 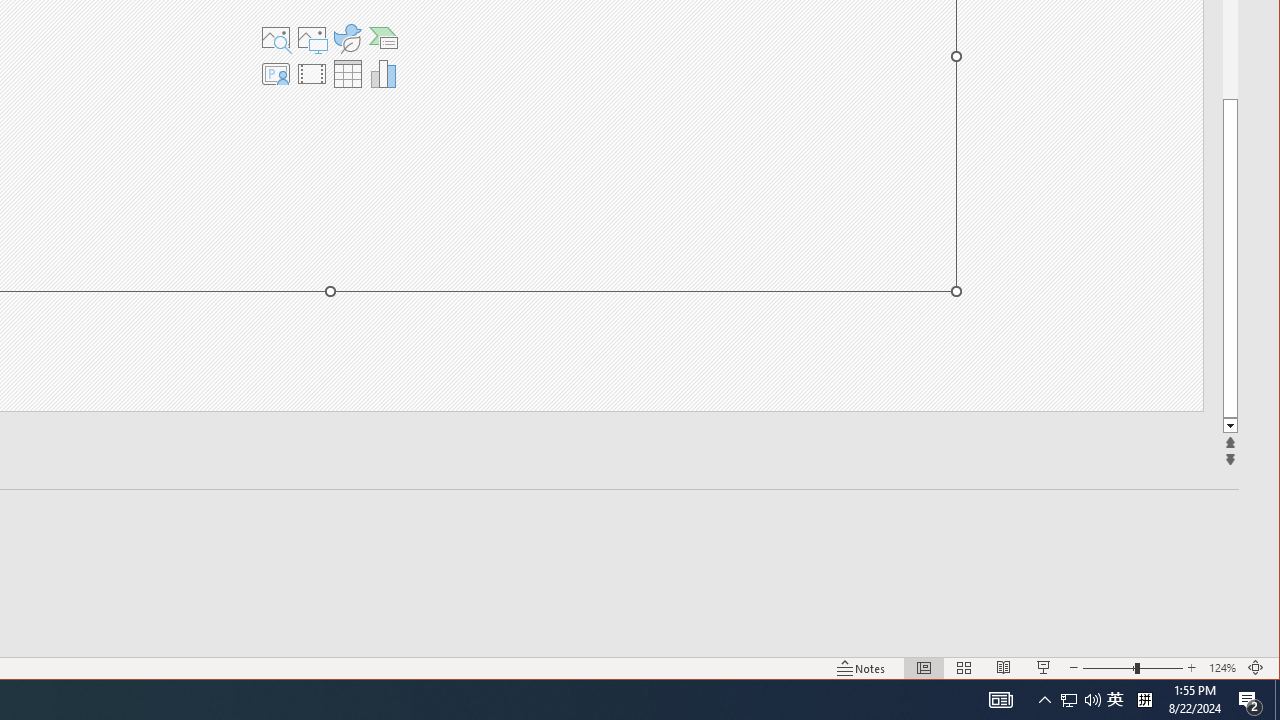 I want to click on 'Insert a SmartArt Graphic', so click(x=384, y=38).